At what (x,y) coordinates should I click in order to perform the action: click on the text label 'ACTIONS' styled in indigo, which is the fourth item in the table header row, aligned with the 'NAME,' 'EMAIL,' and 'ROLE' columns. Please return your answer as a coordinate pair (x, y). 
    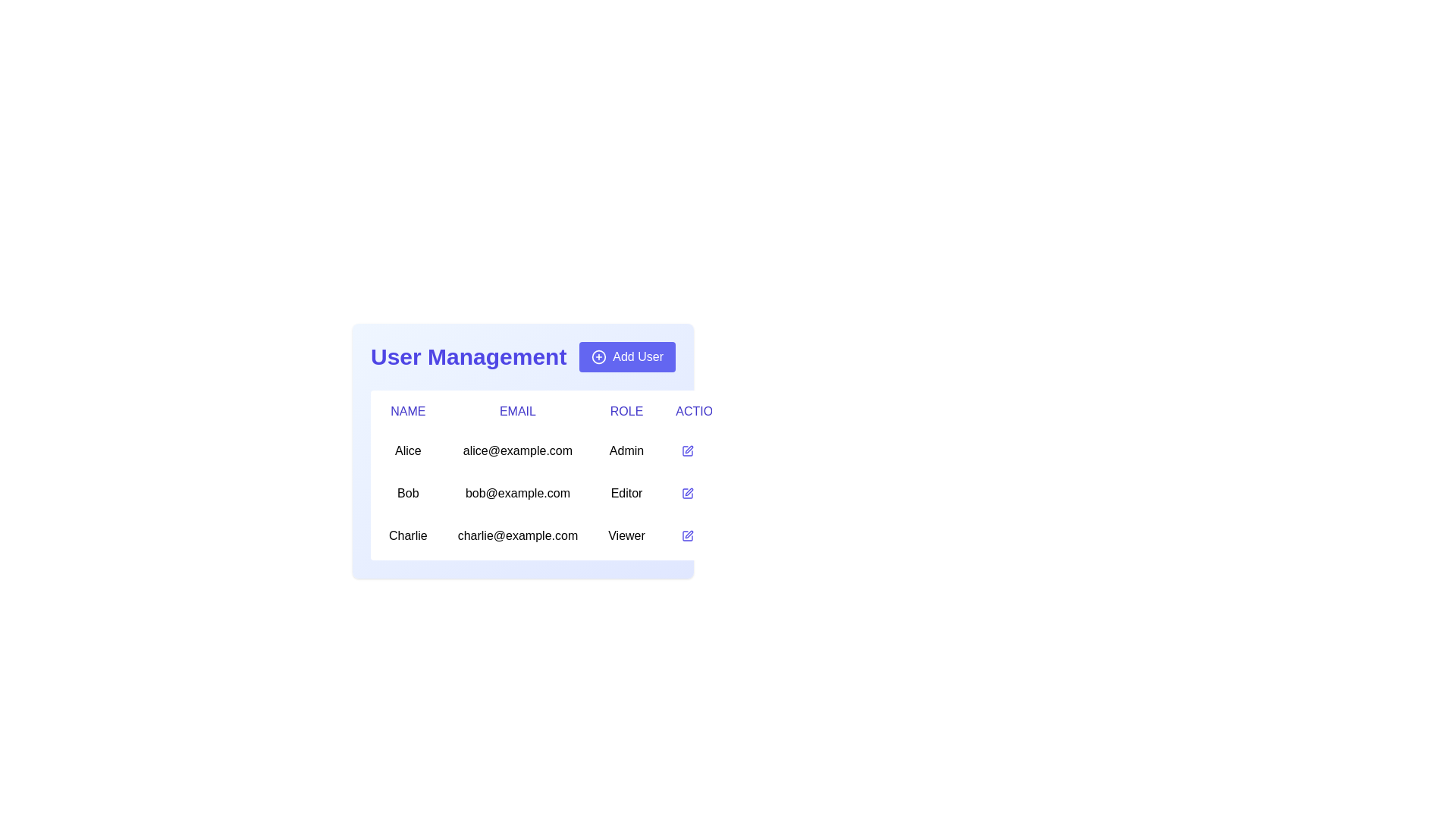
    Looking at the image, I should click on (701, 412).